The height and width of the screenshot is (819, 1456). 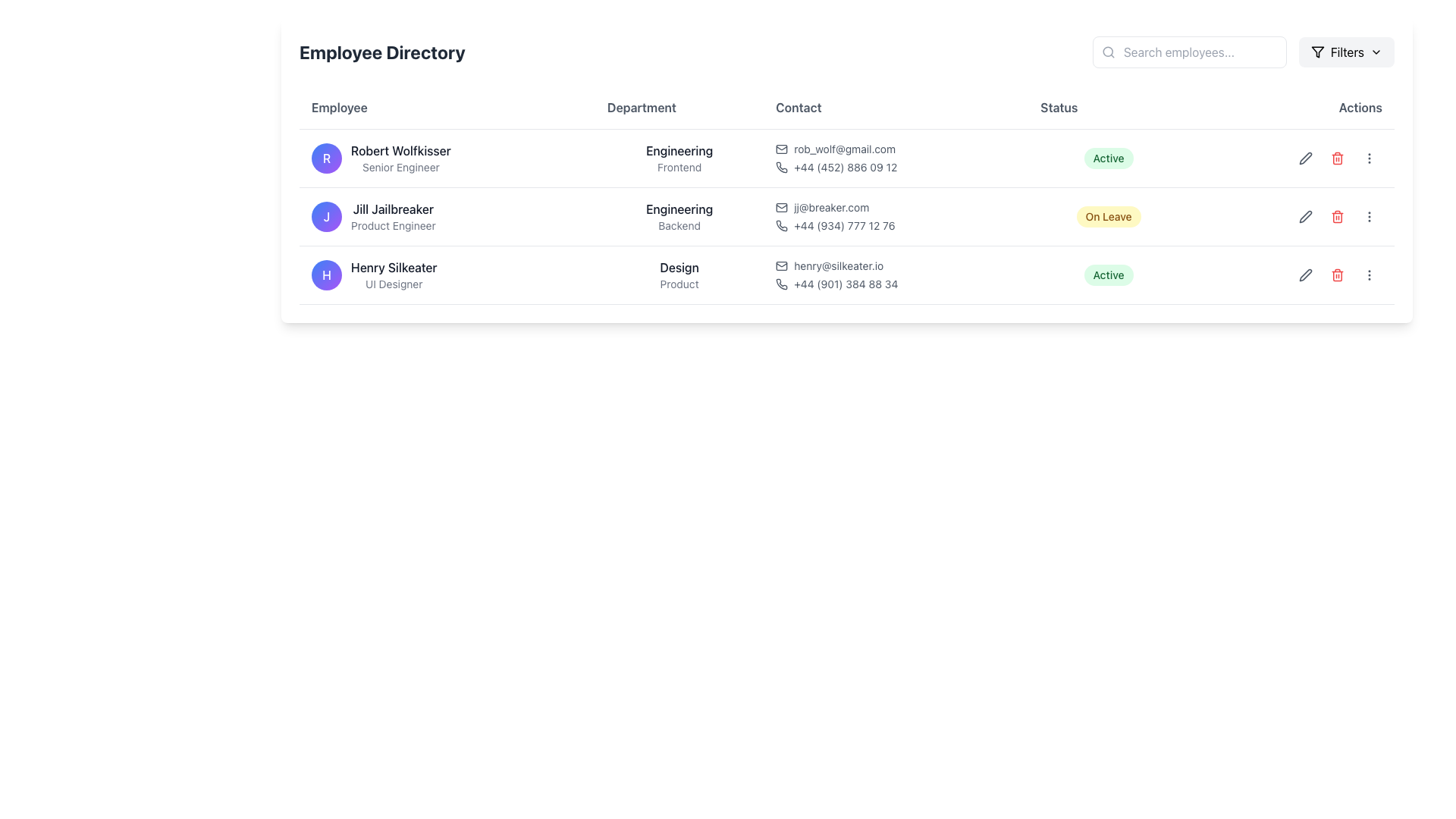 I want to click on the edit icon in the action panel for the 'Henry Silkeater' entry, which is located in the rightmost column of the last row of the table, so click(x=1291, y=275).